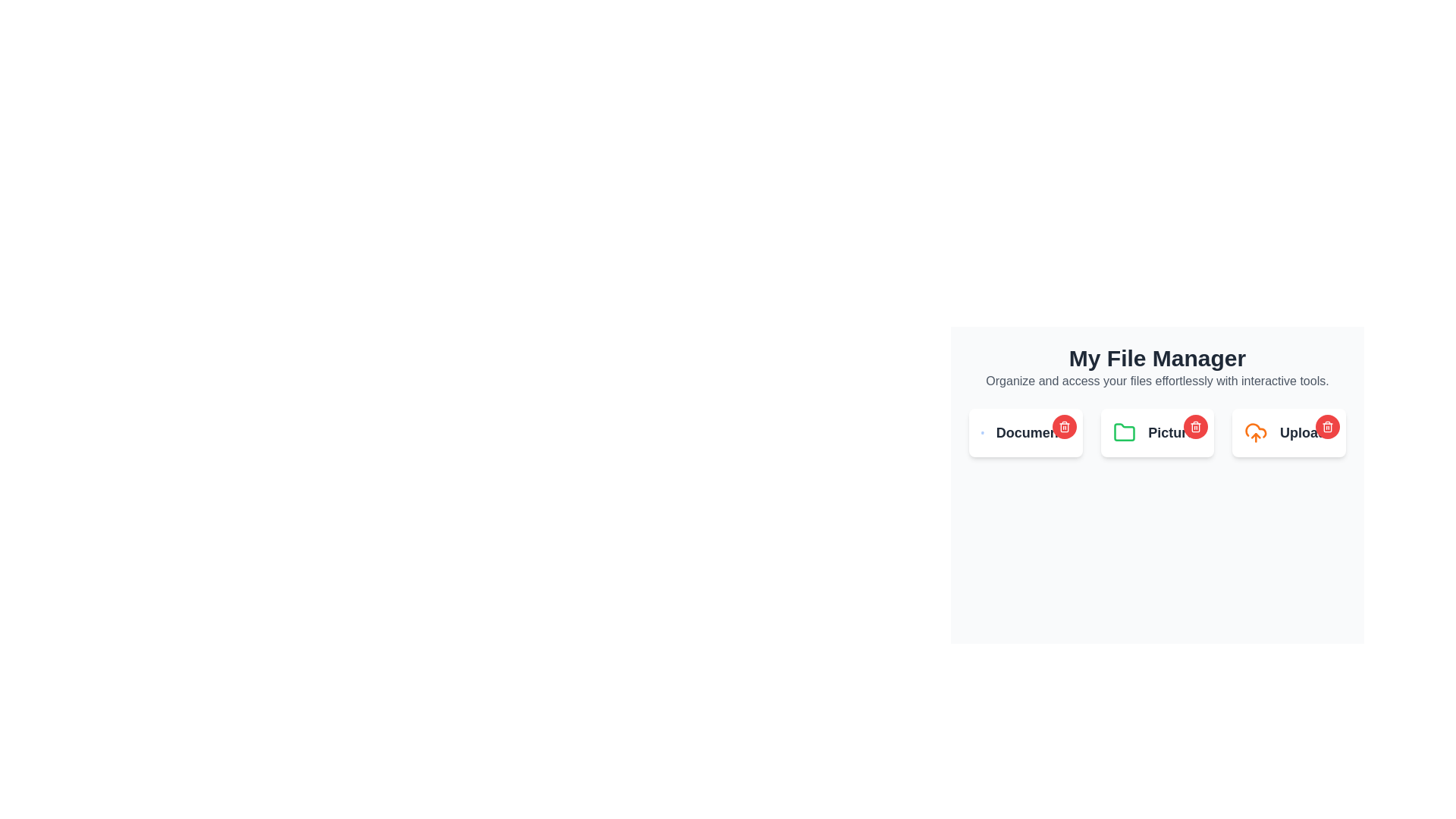  Describe the element at coordinates (1156, 432) in the screenshot. I see `the second card in the grid under 'My File Manager'` at that location.